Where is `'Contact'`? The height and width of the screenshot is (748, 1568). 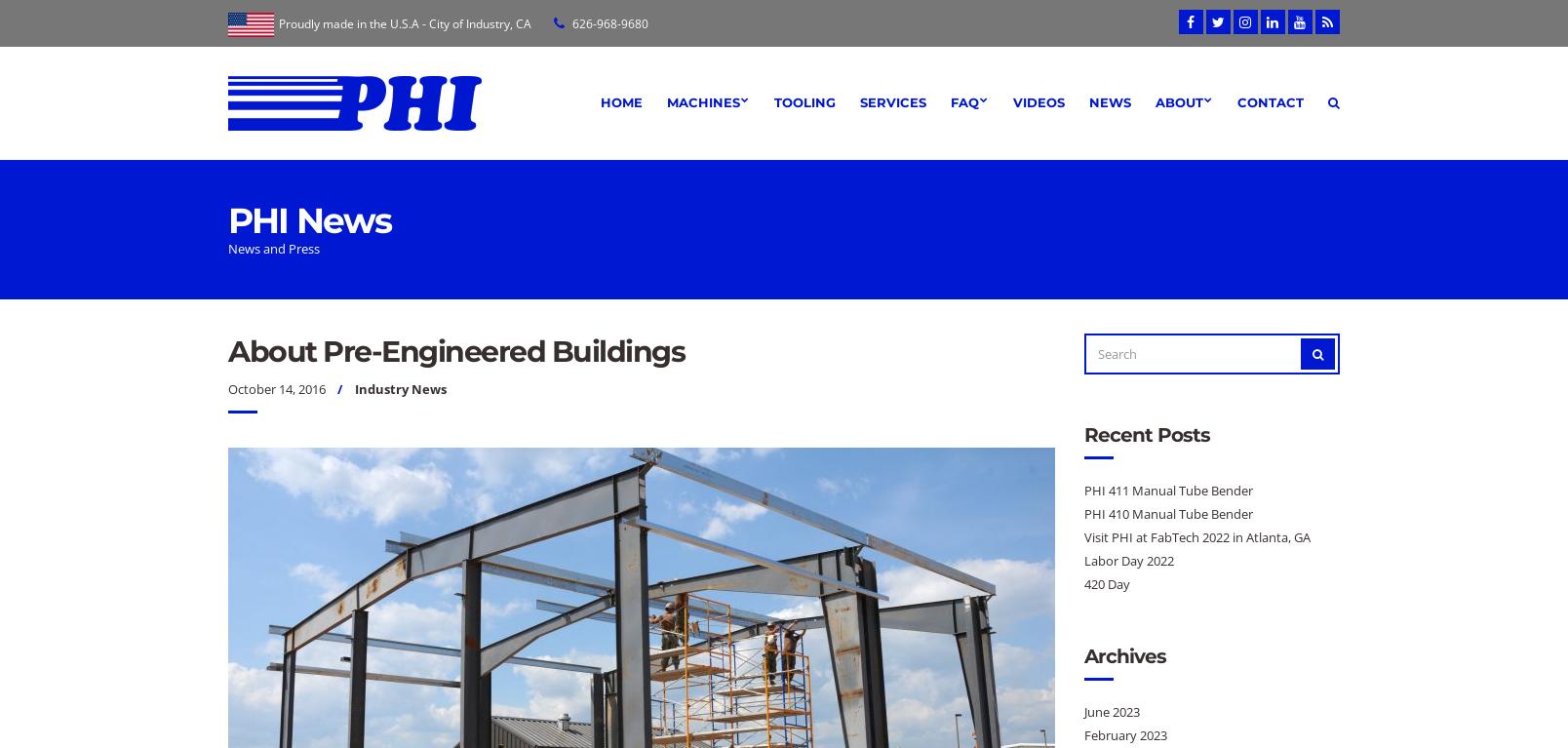
'Contact' is located at coordinates (1270, 101).